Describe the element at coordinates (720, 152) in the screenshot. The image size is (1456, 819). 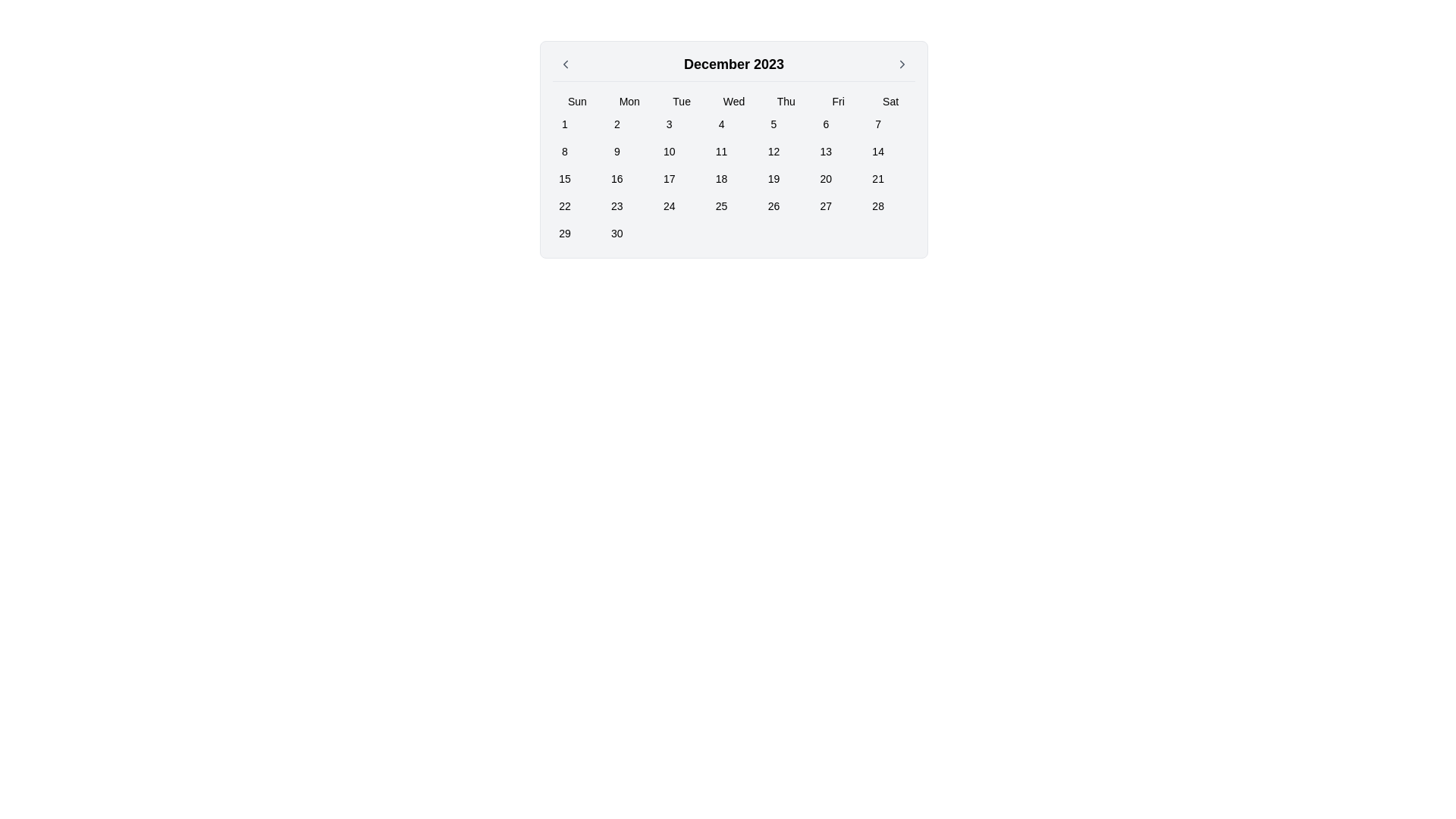
I see `the selectable day '11' button in the calendar interface` at that location.